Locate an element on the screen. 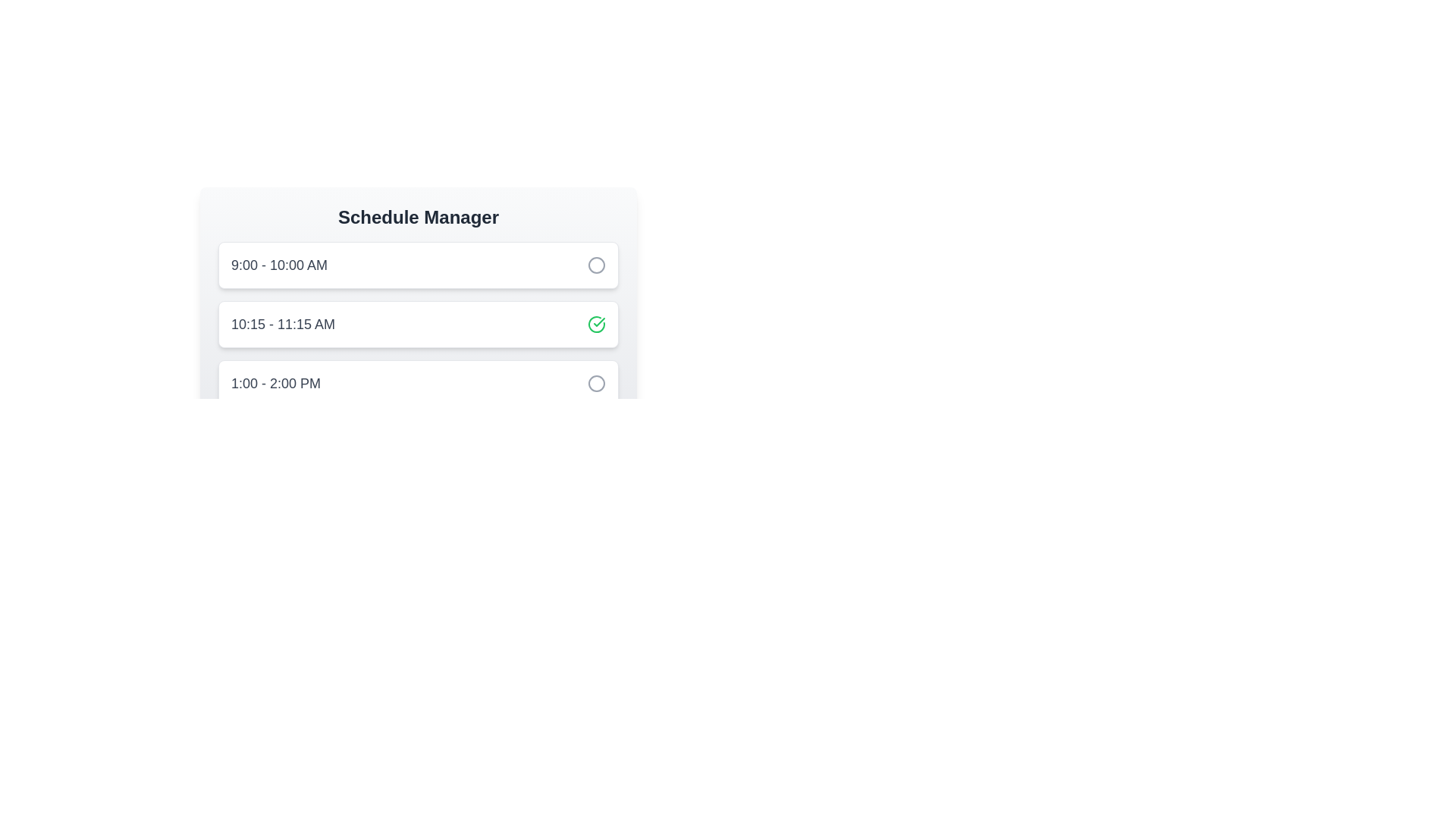 Image resolution: width=1456 pixels, height=819 pixels. the timeslot corresponding to 2 is located at coordinates (419, 324).